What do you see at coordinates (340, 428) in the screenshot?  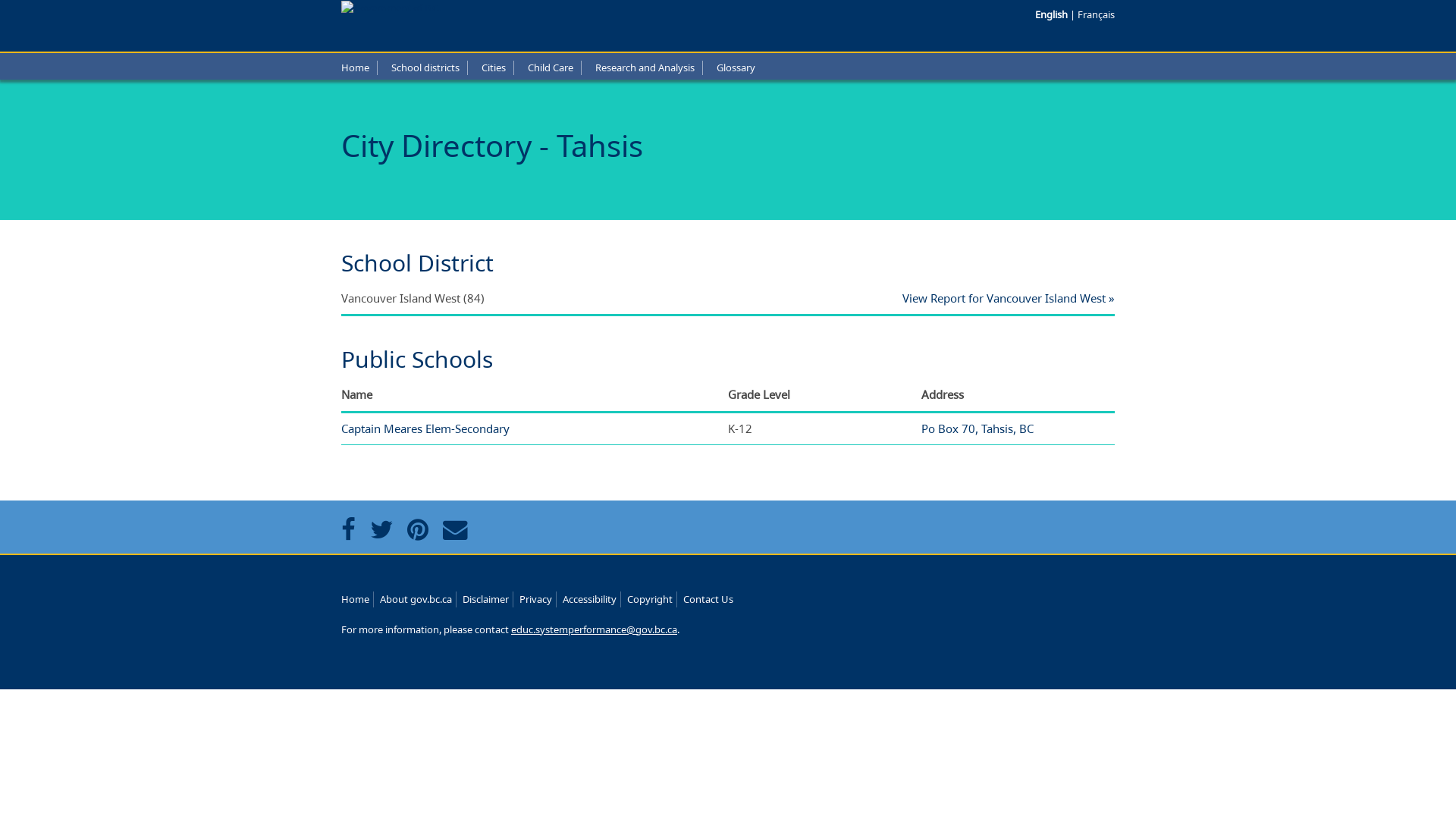 I see `'Captain Meares Elem-Secondary'` at bounding box center [340, 428].